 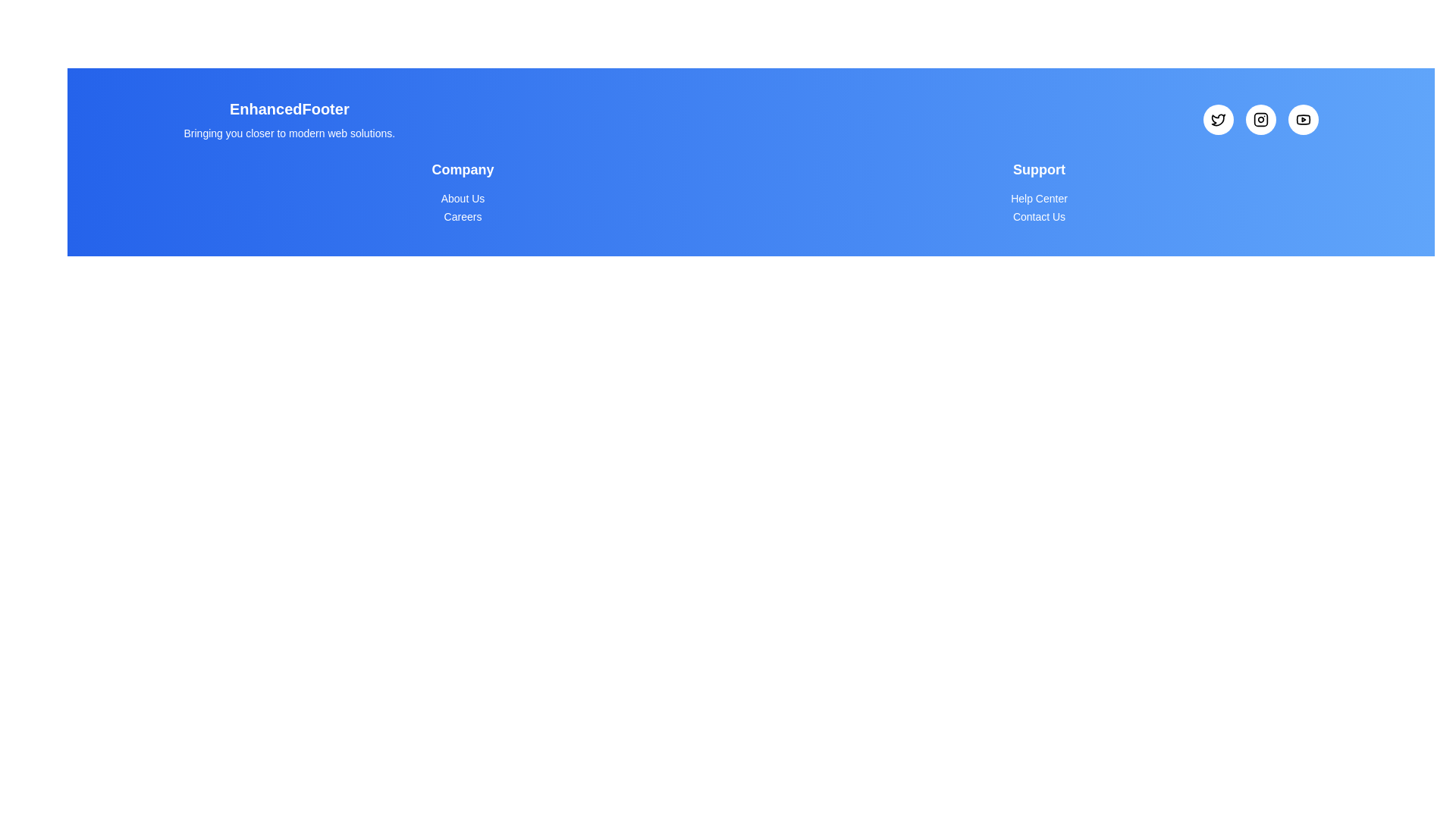 I want to click on the Text Label that serves as the header or title in the top left section of the blue footer area, so click(x=289, y=108).